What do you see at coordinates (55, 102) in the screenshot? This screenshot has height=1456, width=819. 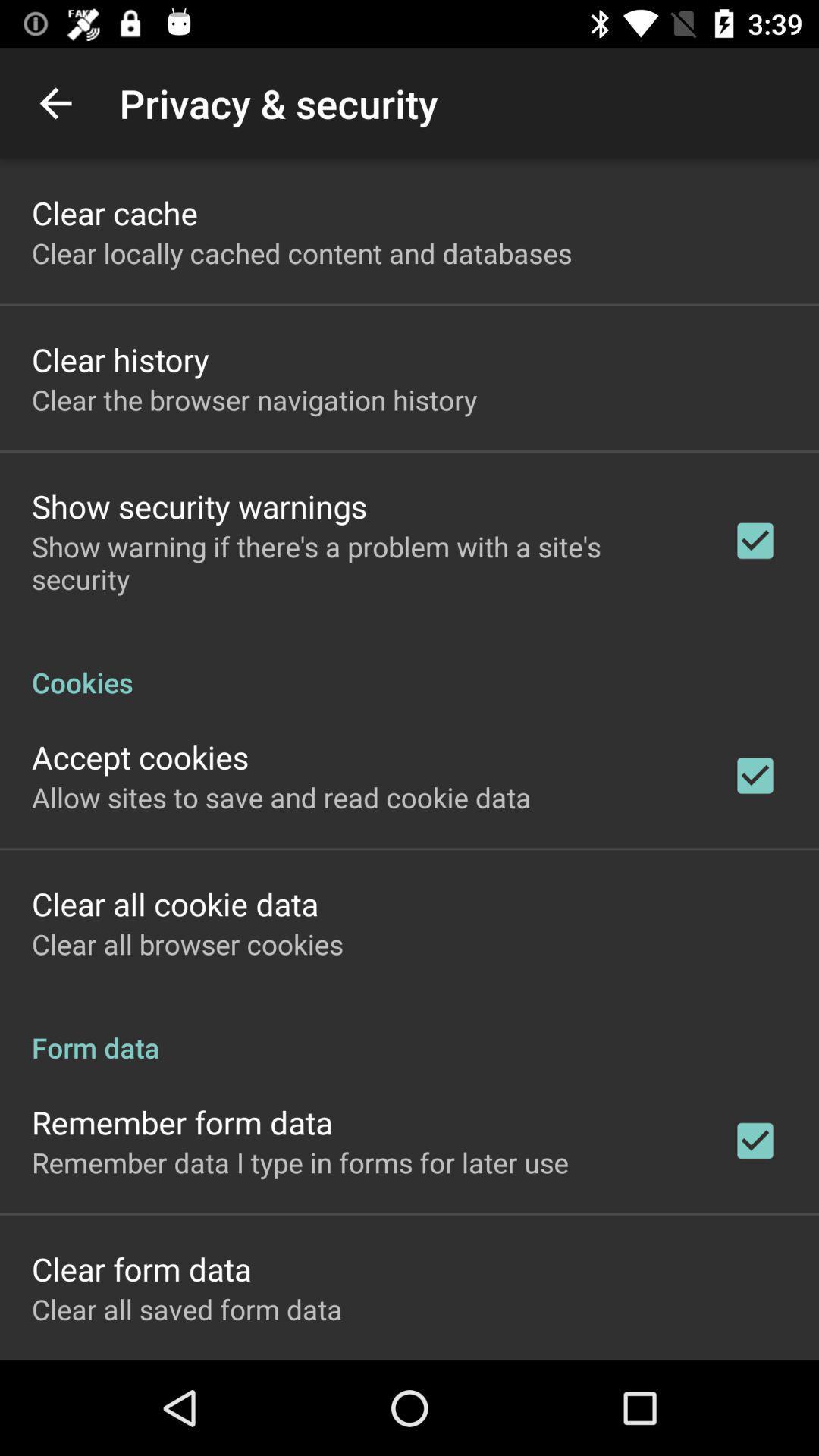 I see `icon next to the privacy & security icon` at bounding box center [55, 102].